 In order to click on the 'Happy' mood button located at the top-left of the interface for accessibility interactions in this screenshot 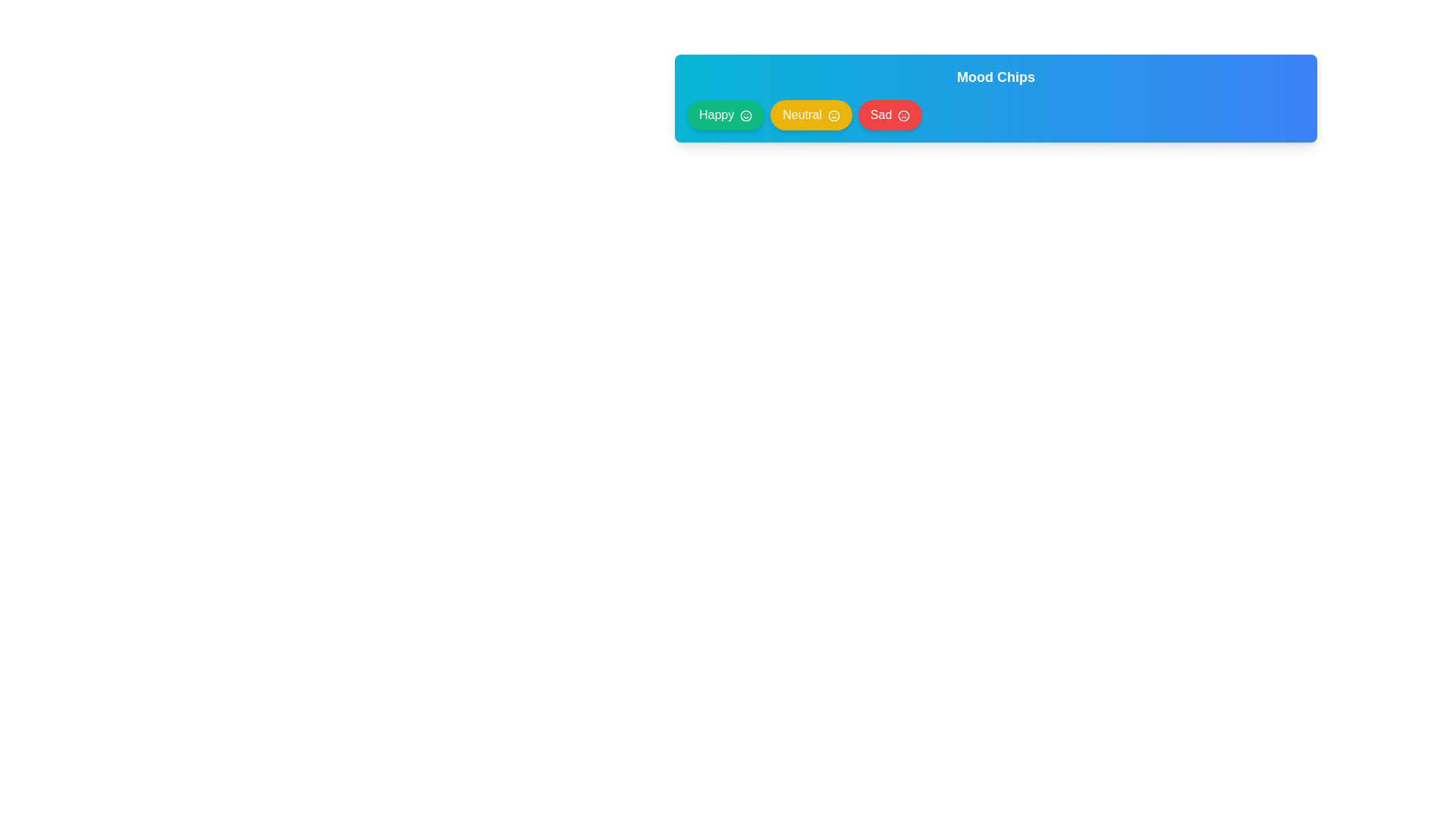, I will do `click(725, 114)`.